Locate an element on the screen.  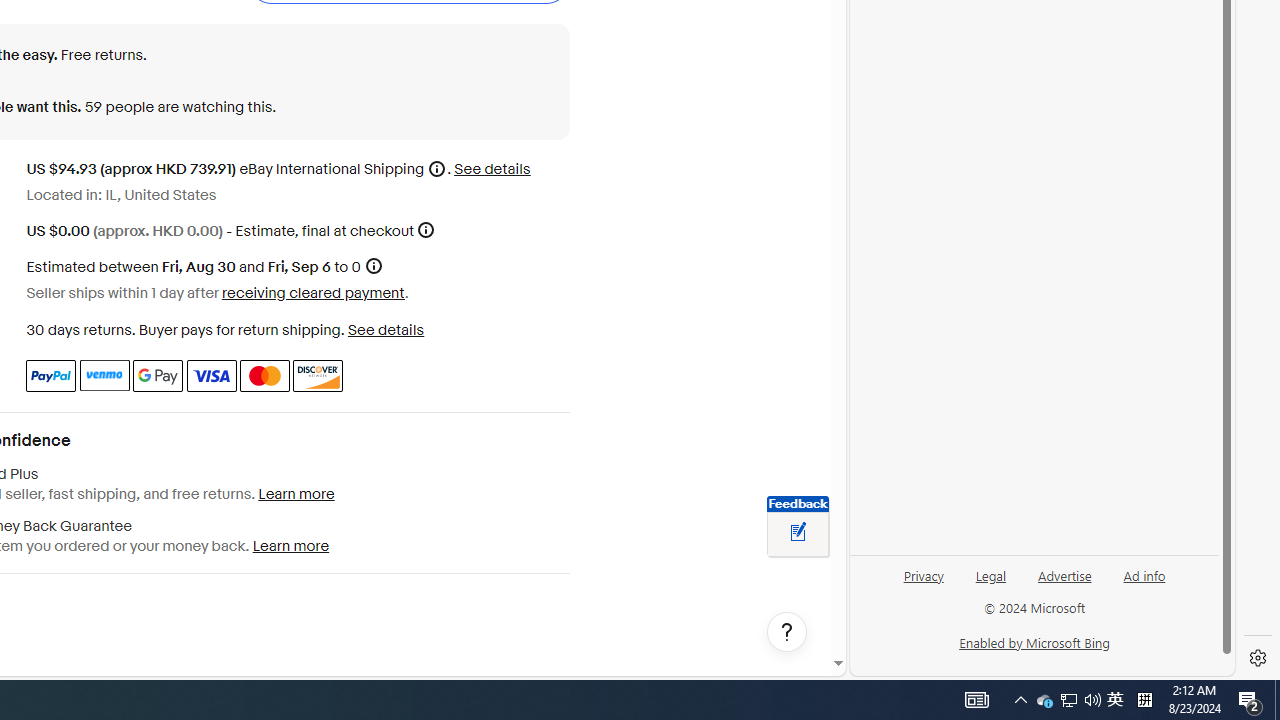
'See details for shipping' is located at coordinates (492, 168).